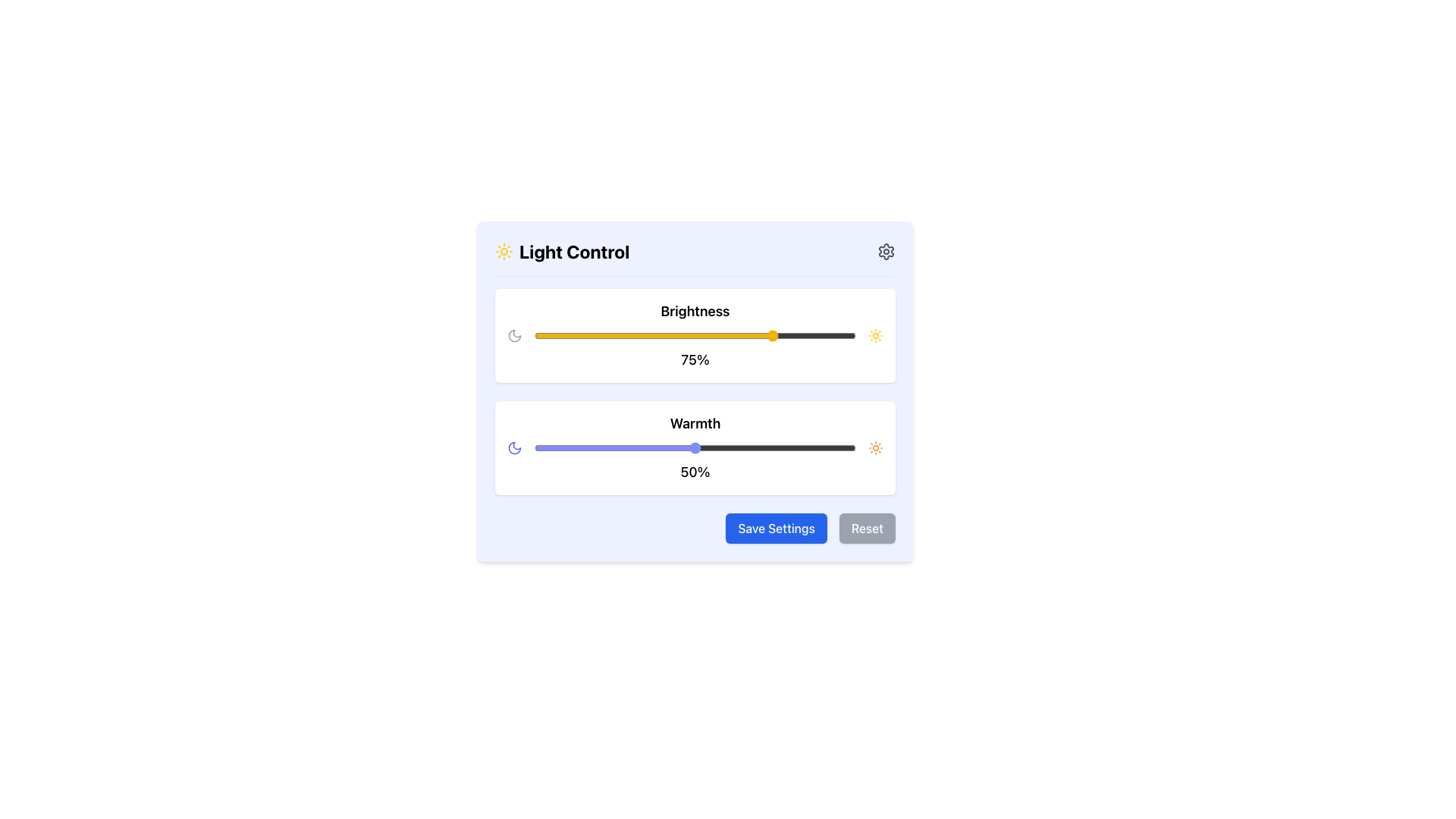 The image size is (1456, 819). What do you see at coordinates (504, 250) in the screenshot?
I see `light control icon located to the left of the 'Light Control' text in the header section of the interface` at bounding box center [504, 250].